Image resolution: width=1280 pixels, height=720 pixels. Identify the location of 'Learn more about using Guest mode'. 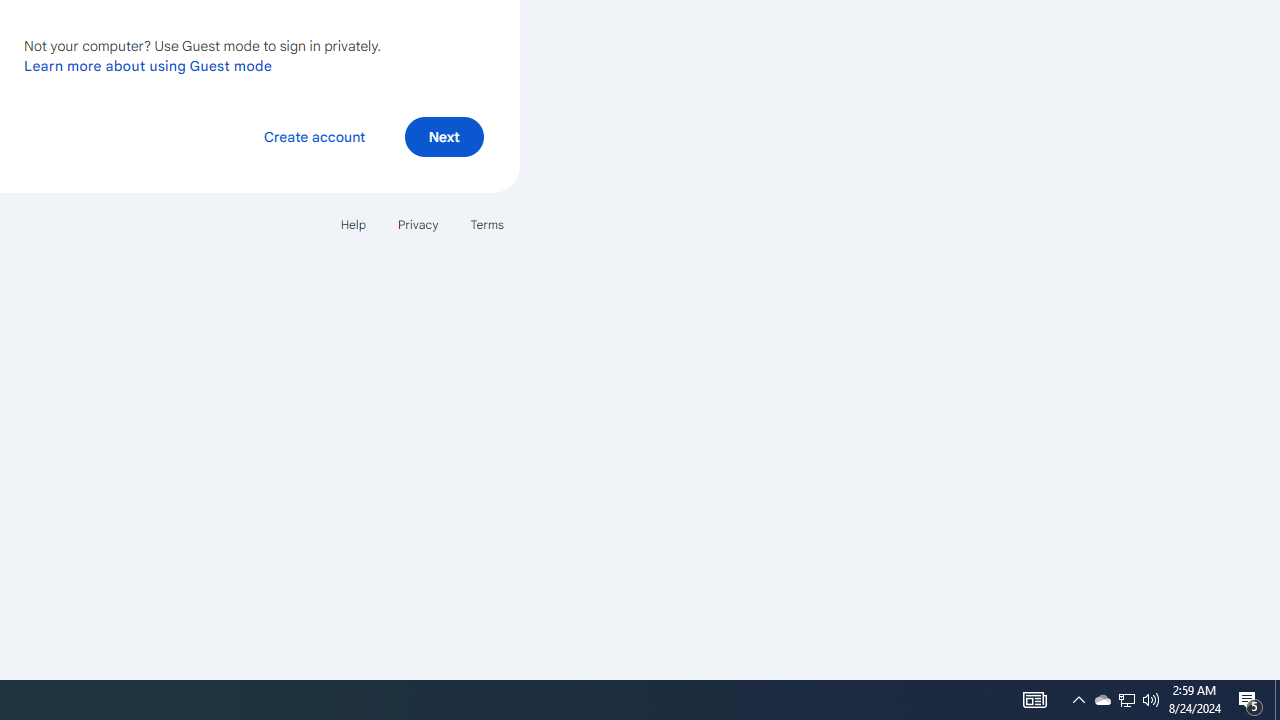
(147, 64).